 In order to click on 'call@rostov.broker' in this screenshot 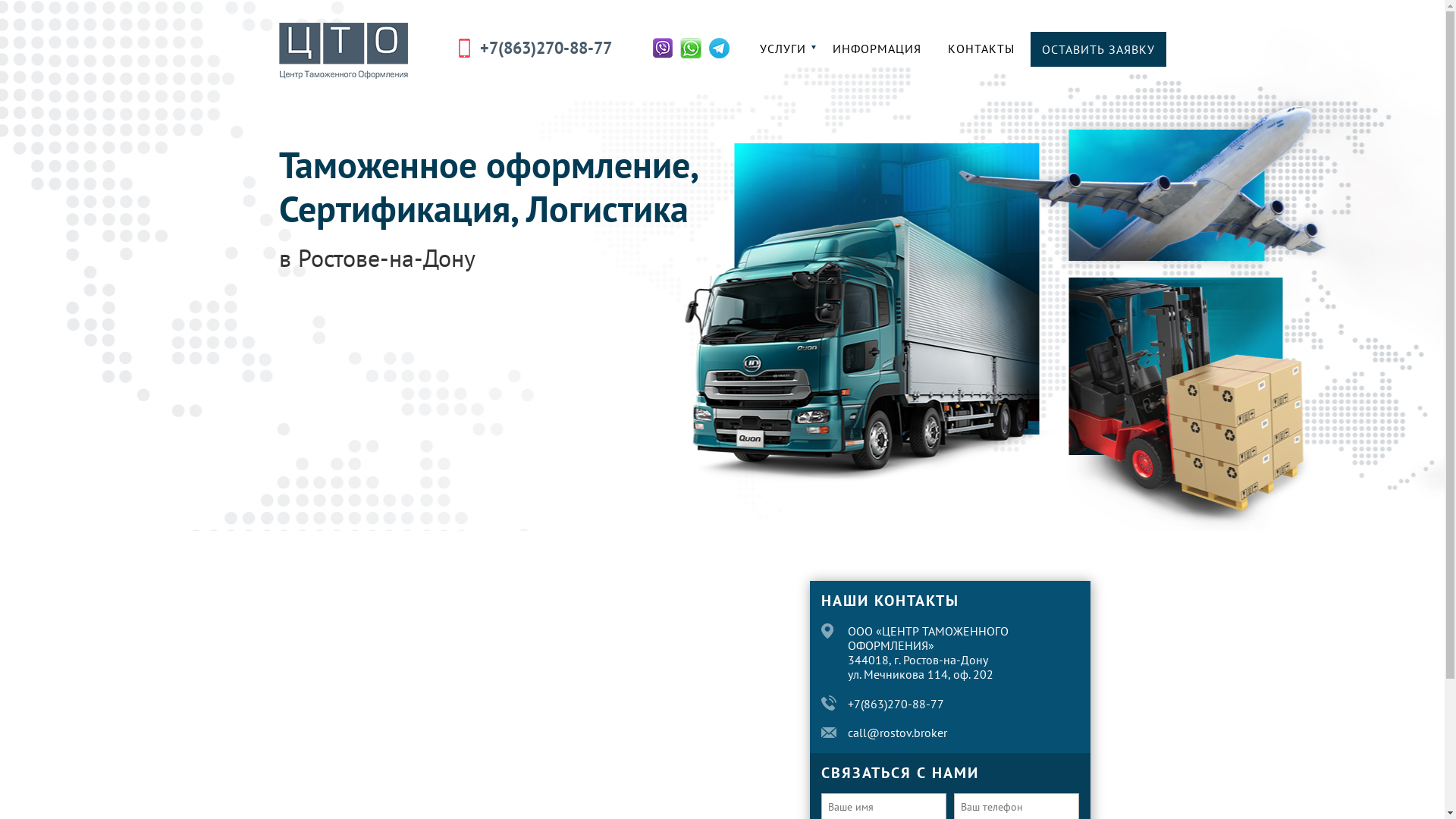, I will do `click(847, 731)`.